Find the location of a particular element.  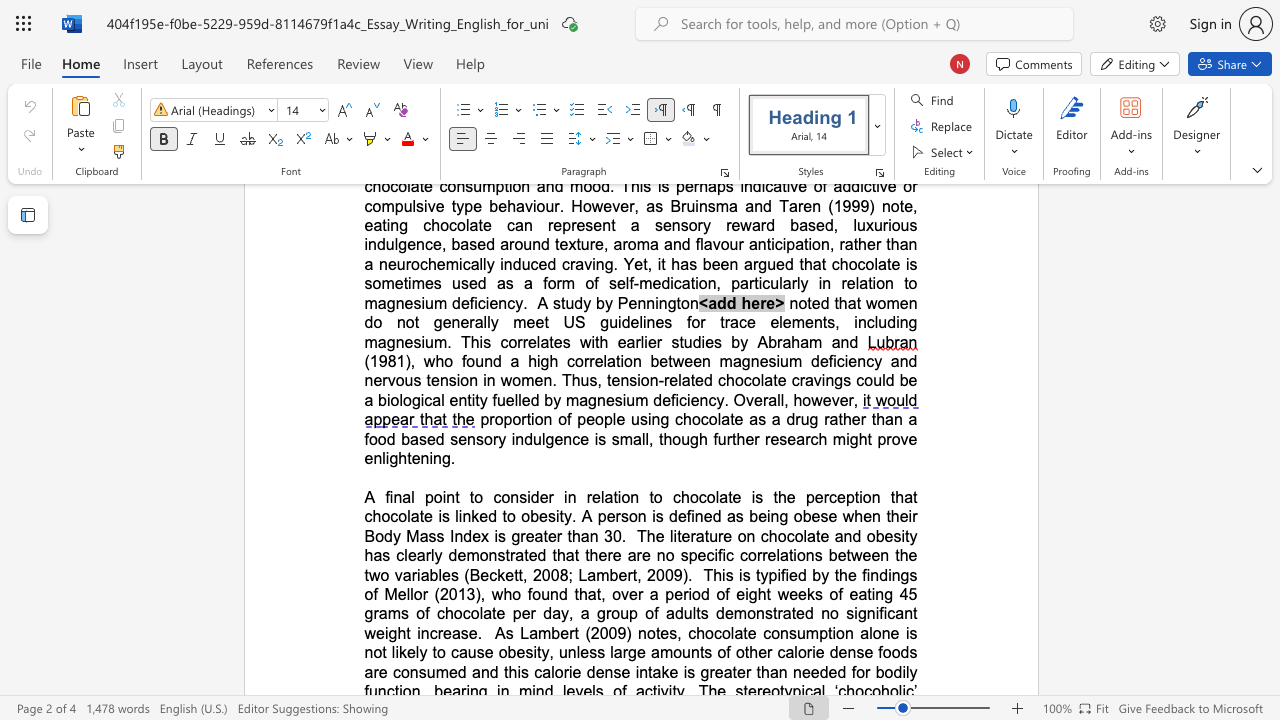

the subset text "ho found that, over a period of eight weeks of eating 45 grams of chocolate p" within the text "This is typified by the findings of Mellor (2013), who found that, over a period of eight weeks of eating 45 grams of chocolate per day, a group of adults" is located at coordinates (503, 593).